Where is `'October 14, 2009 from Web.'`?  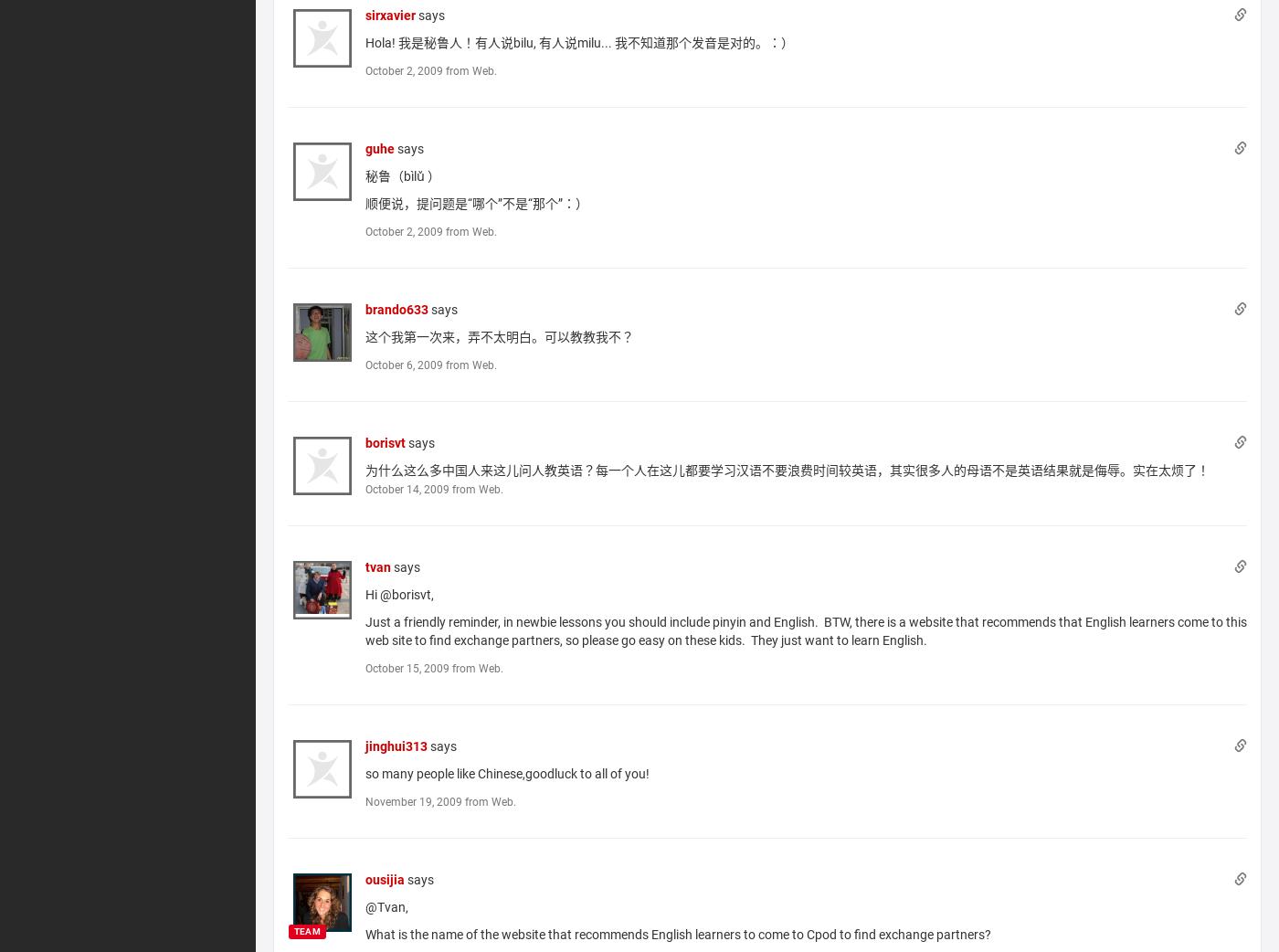 'October 14, 2009 from Web.' is located at coordinates (364, 487).